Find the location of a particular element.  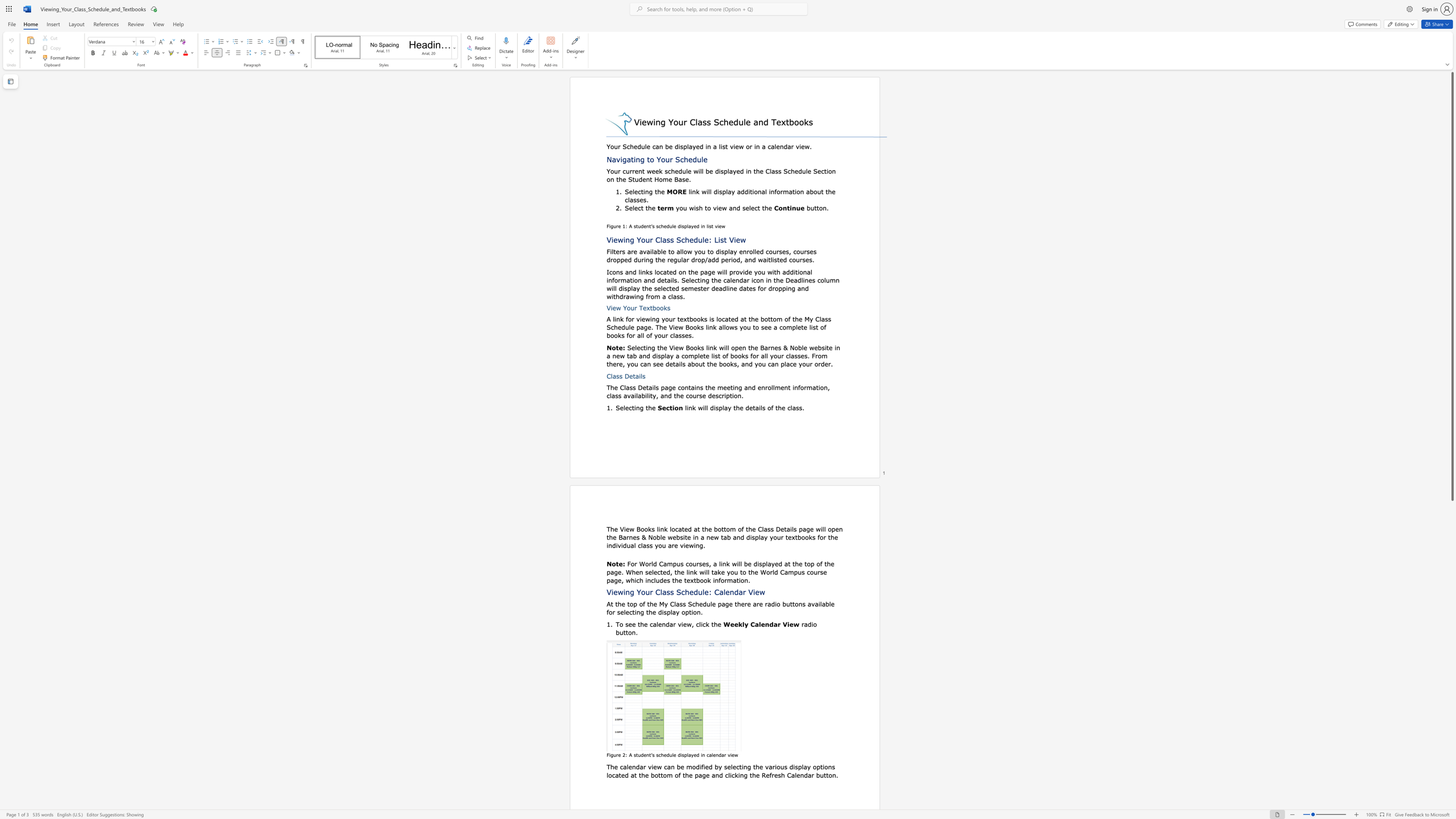

the scrollbar to slide the page down is located at coordinates (1451, 777).